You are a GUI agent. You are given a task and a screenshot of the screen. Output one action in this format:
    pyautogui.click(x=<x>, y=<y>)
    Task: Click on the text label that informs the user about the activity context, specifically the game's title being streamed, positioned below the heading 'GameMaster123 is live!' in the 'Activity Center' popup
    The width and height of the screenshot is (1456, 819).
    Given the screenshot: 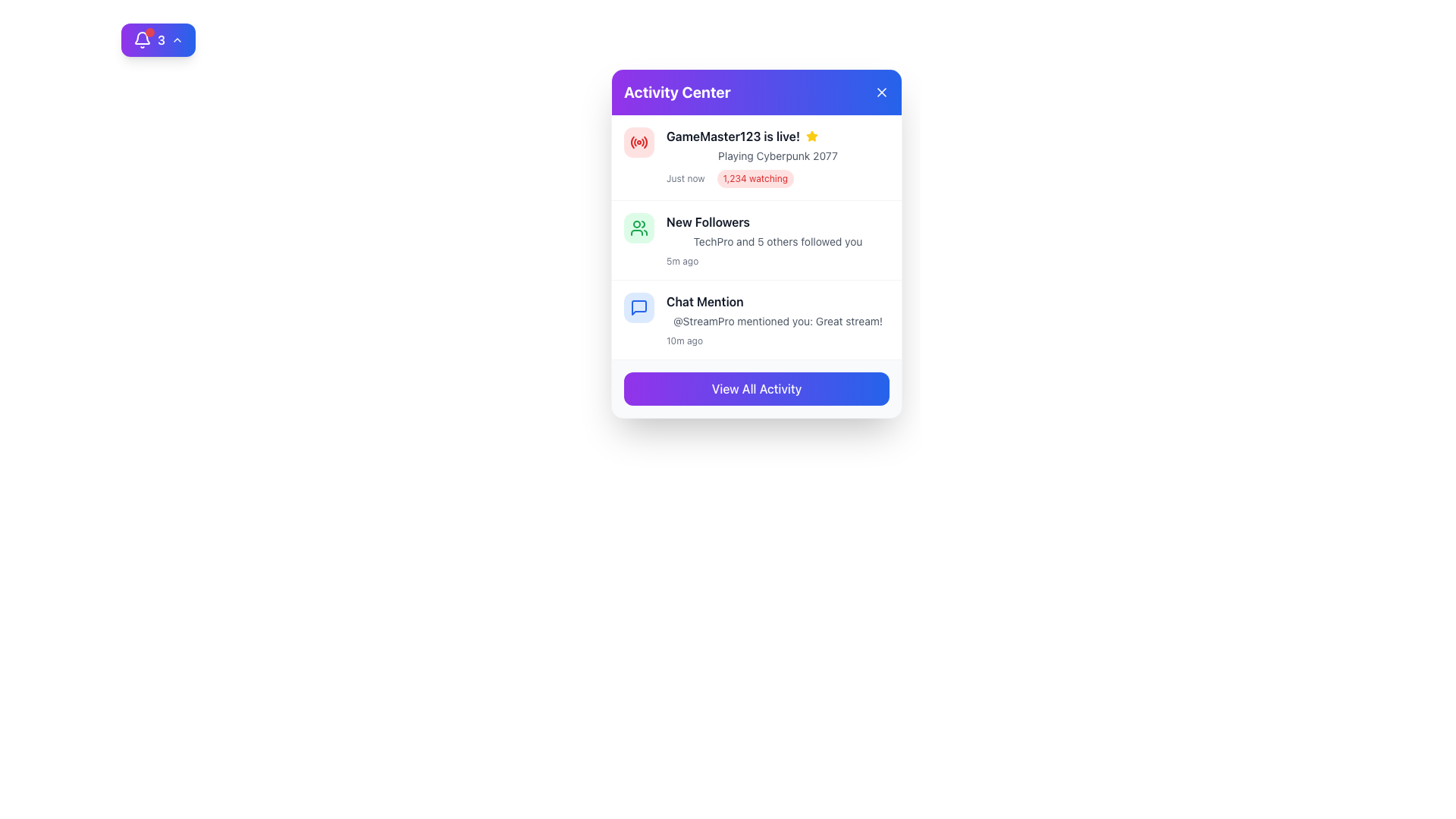 What is the action you would take?
    pyautogui.click(x=778, y=155)
    